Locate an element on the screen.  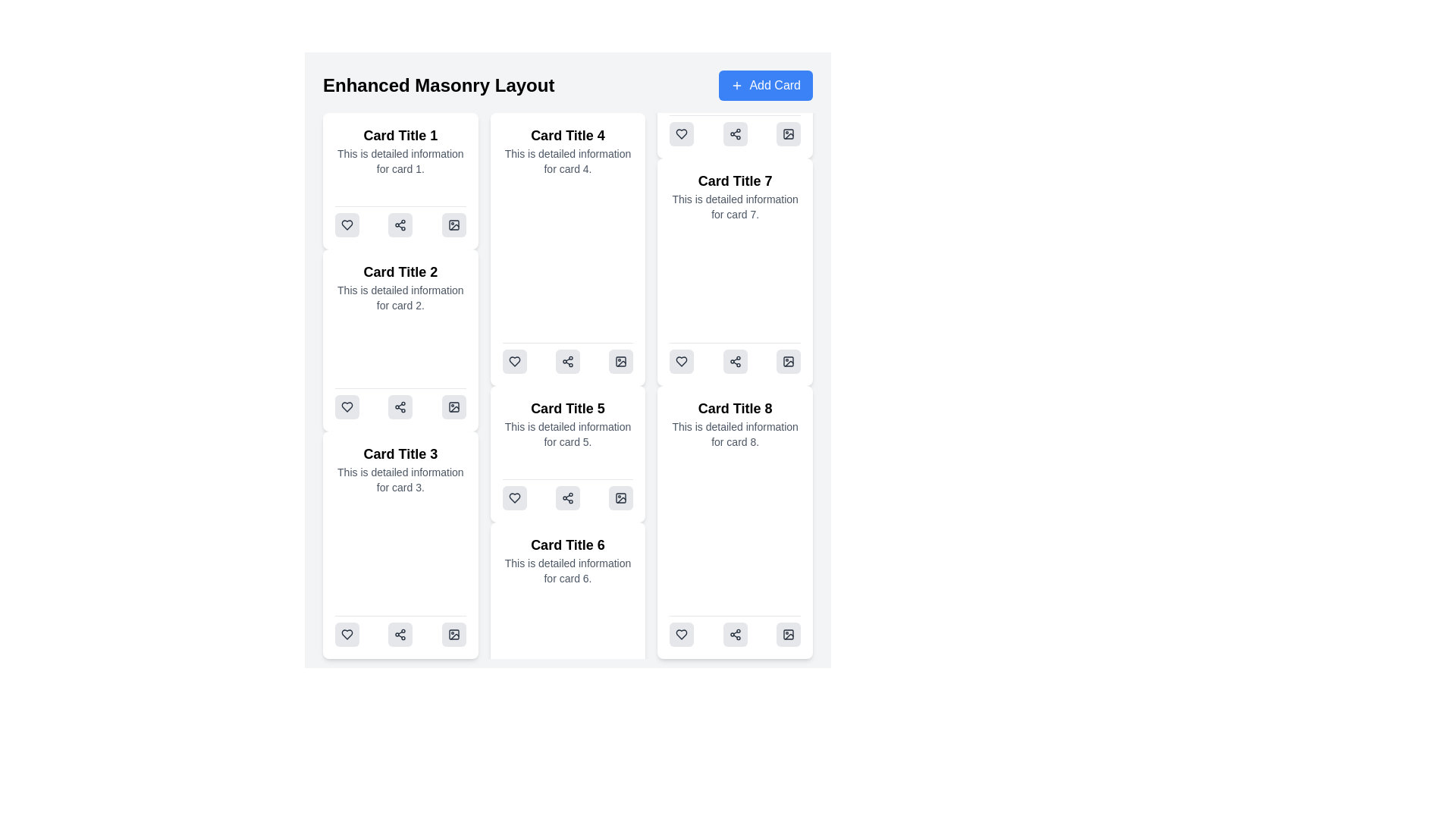
the heart-shaped icon button located at the bottom left corner of the card labeled 'Card Title 8' is located at coordinates (681, 362).